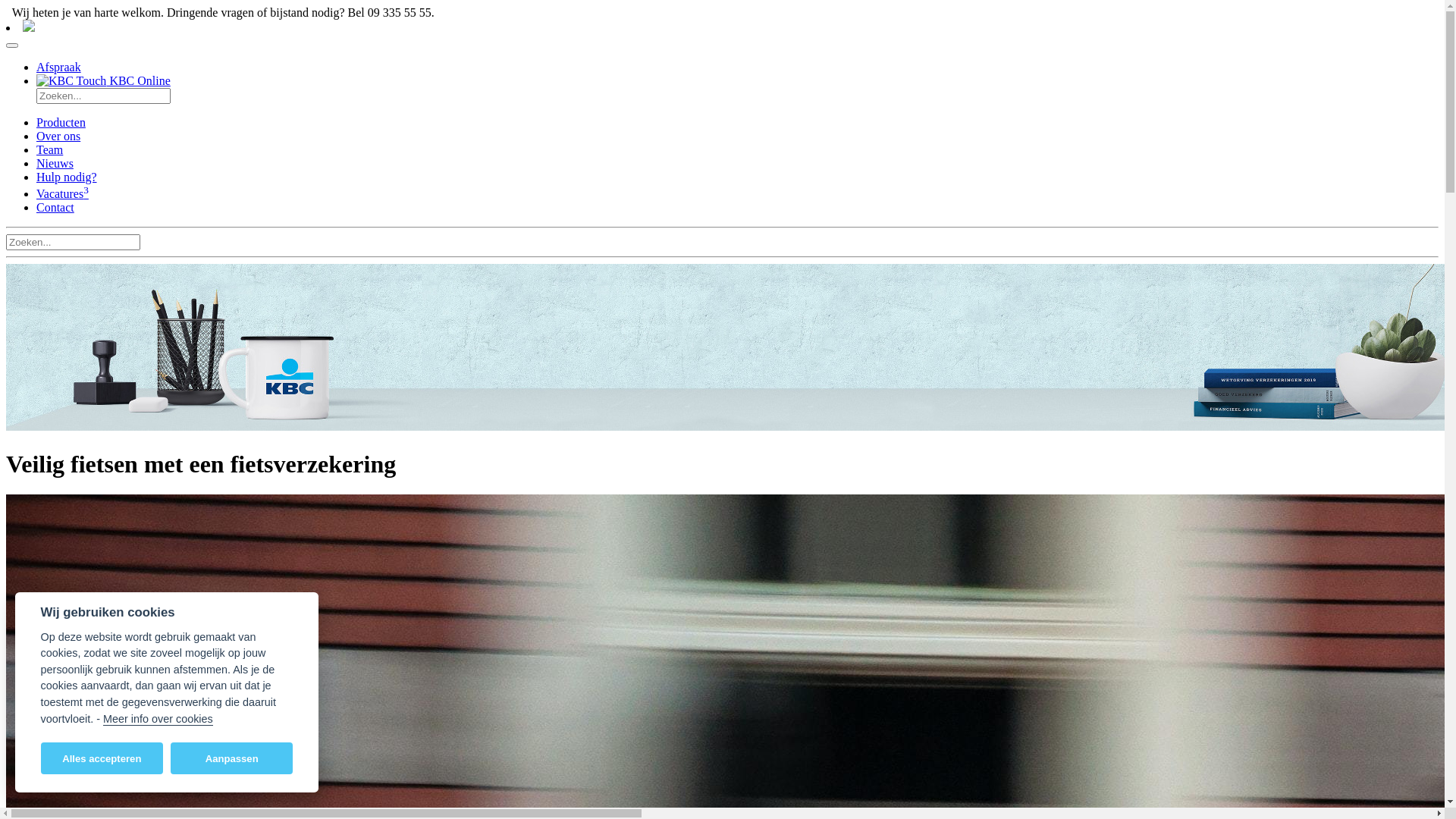  Describe the element at coordinates (36, 163) in the screenshot. I see `'Nieuws'` at that location.